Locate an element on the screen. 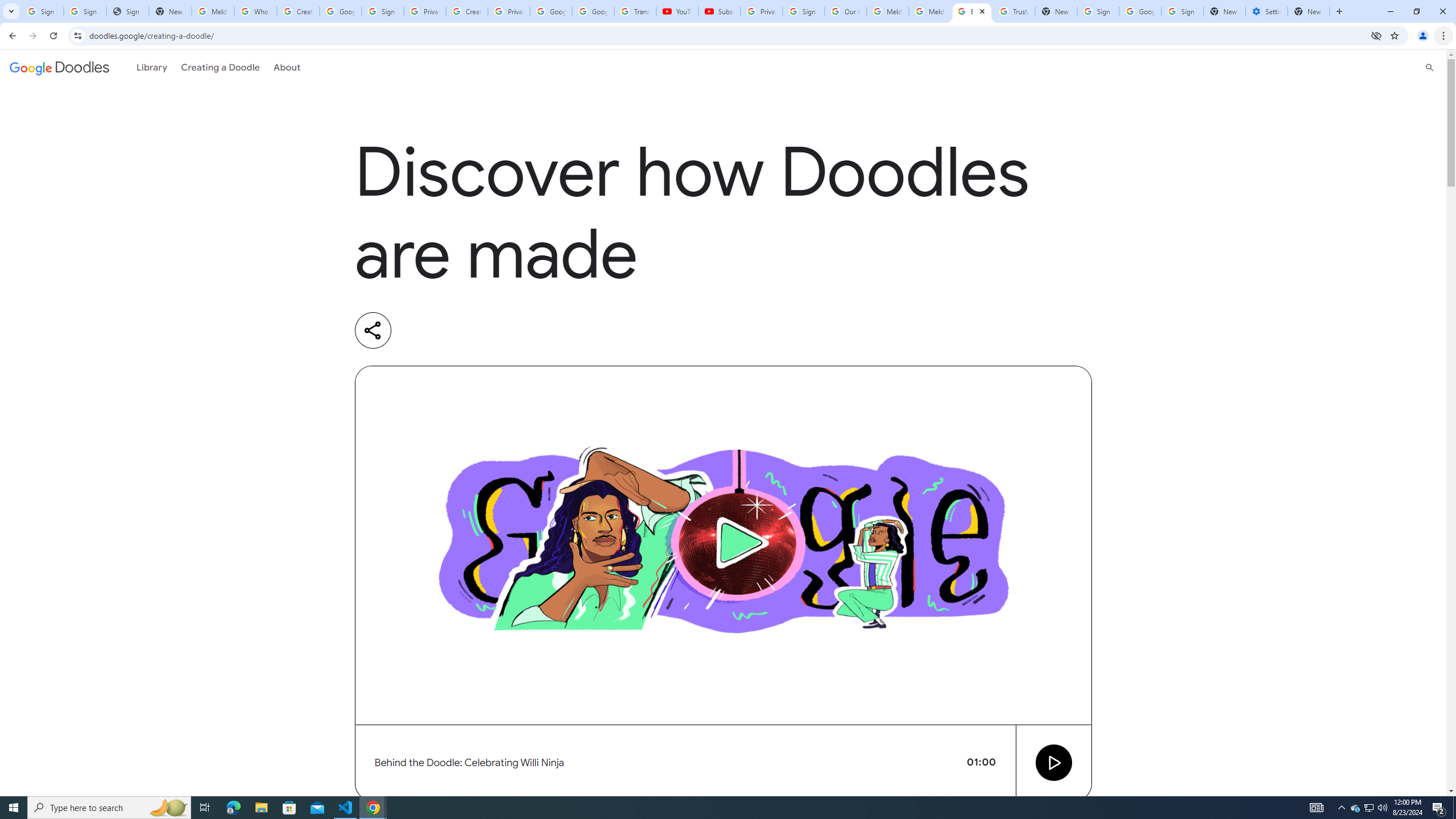 This screenshot has height=819, width=1456. 'Who is my administrator? - Google Account Help' is located at coordinates (255, 11).